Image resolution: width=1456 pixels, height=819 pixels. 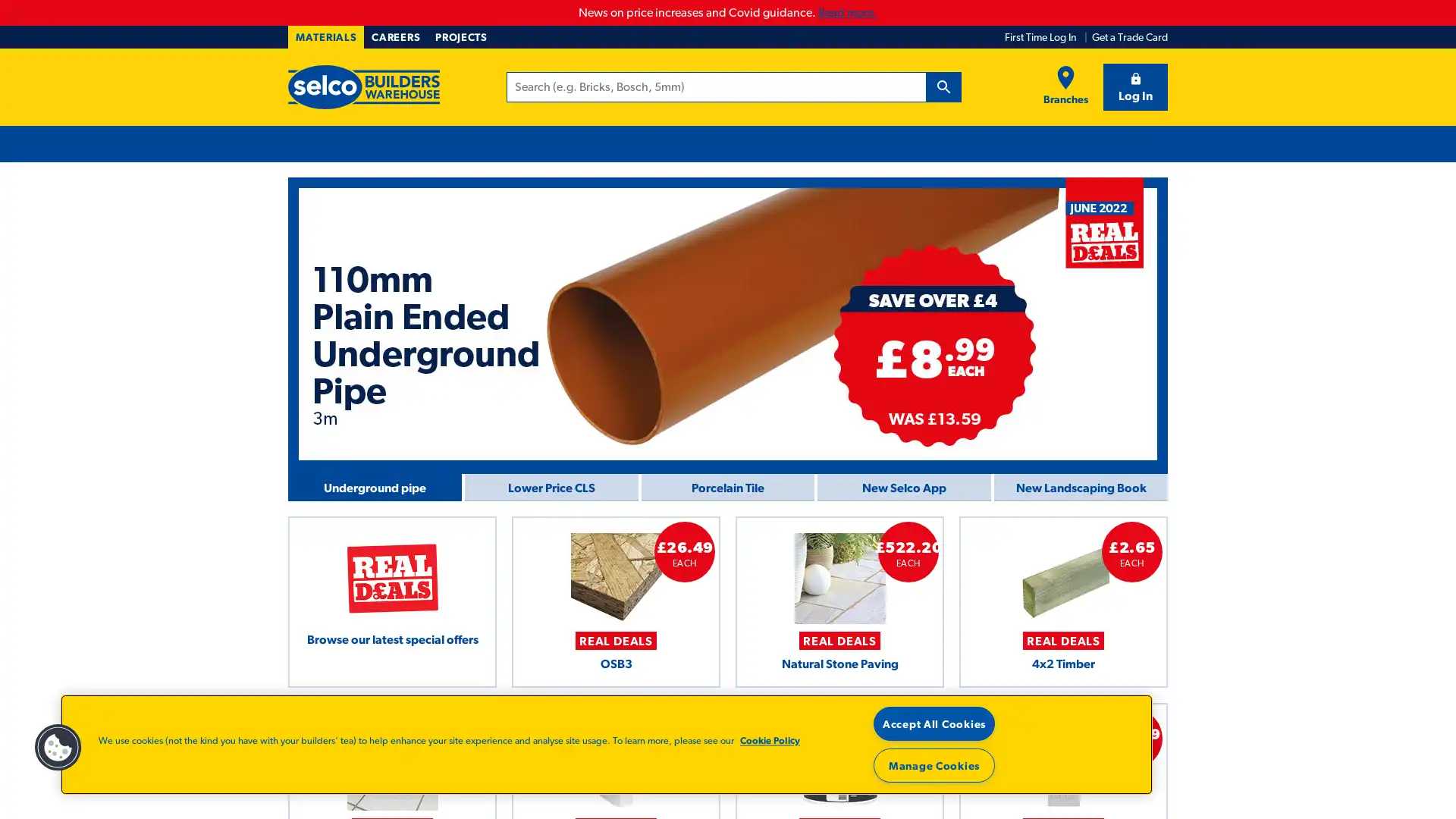 I want to click on Homepage > Carousel > june wk 4 Porcelain tile, so click(x=726, y=488).